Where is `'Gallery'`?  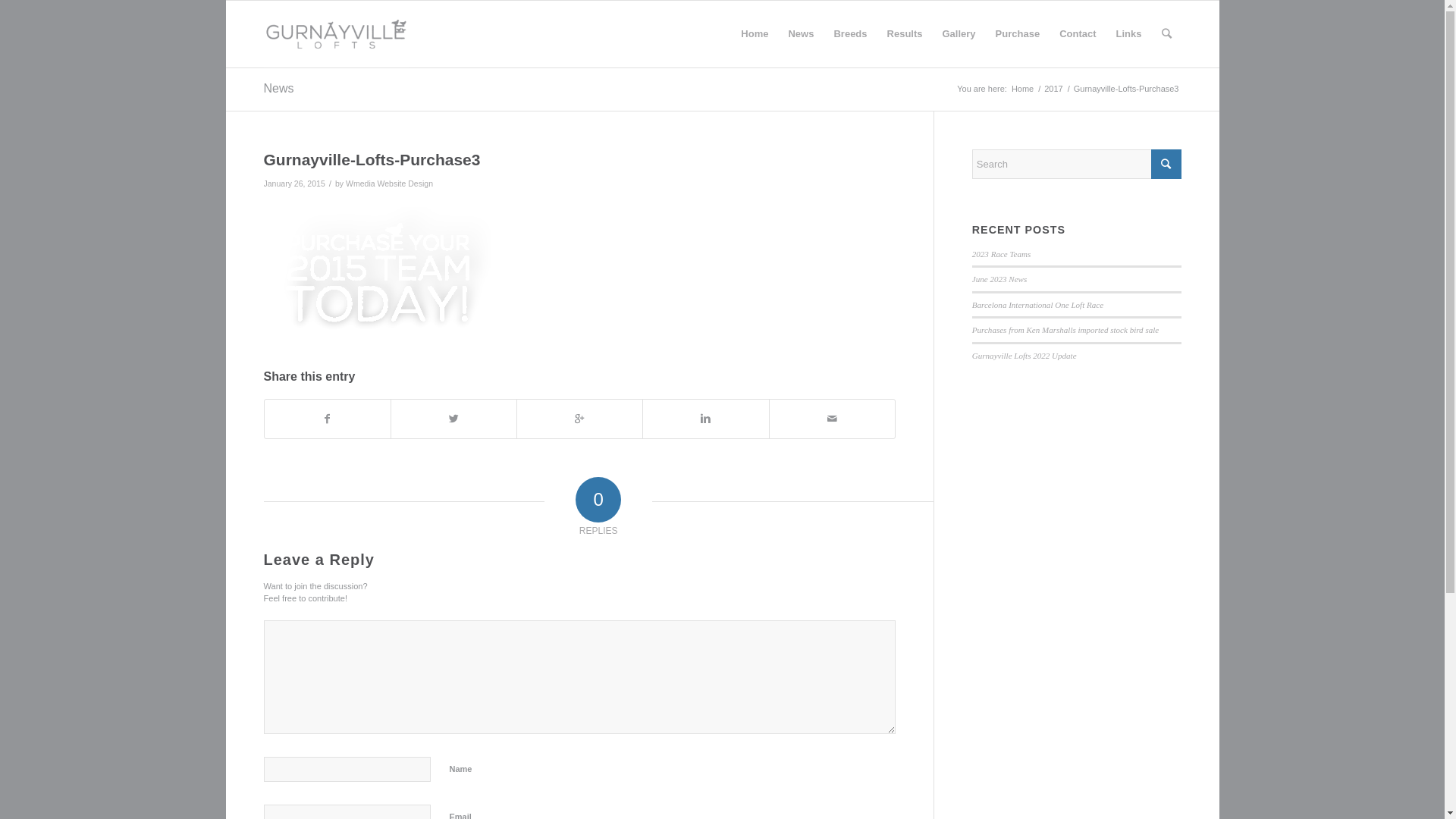
'Gallery' is located at coordinates (959, 34).